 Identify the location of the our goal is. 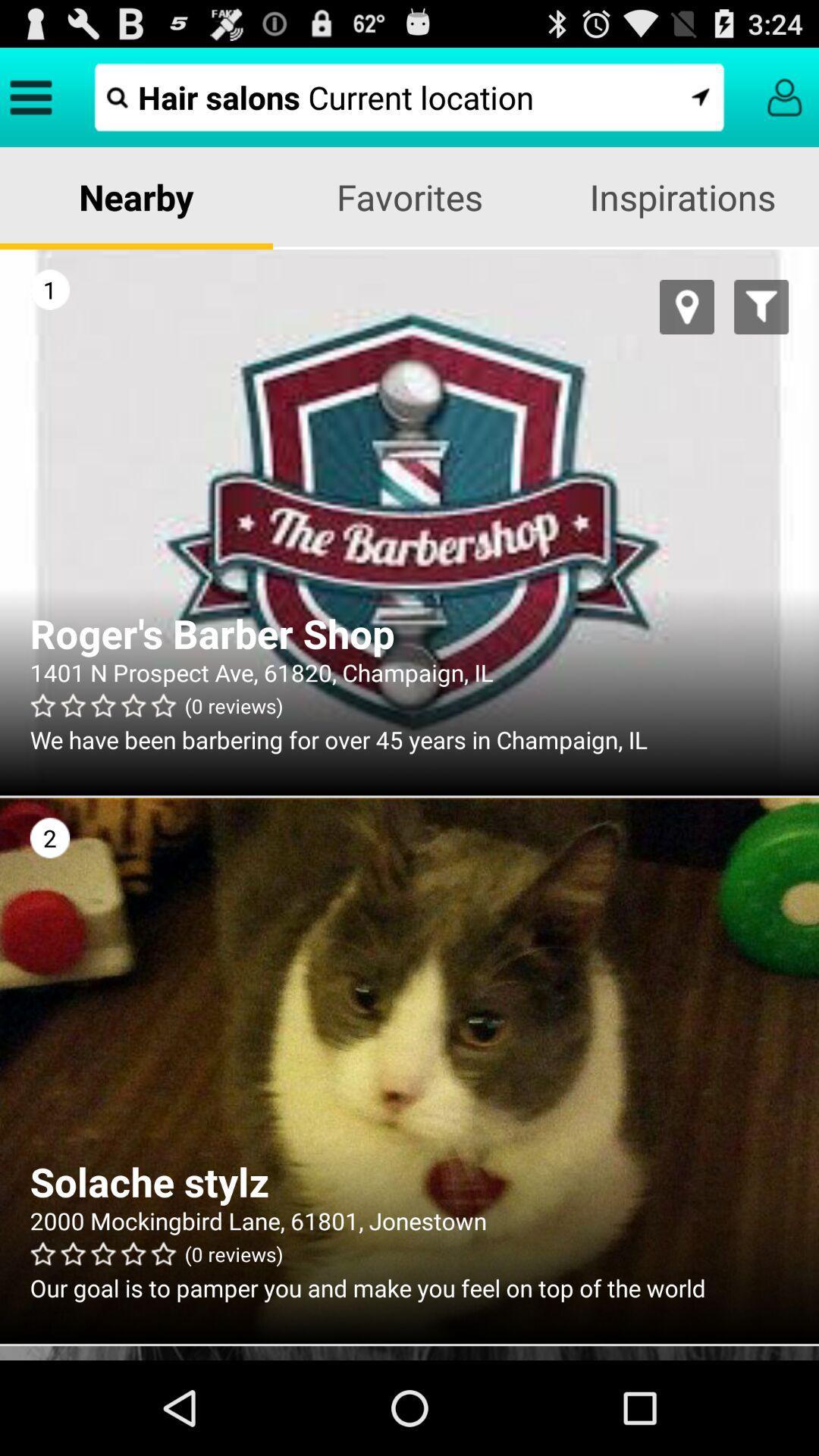
(409, 1287).